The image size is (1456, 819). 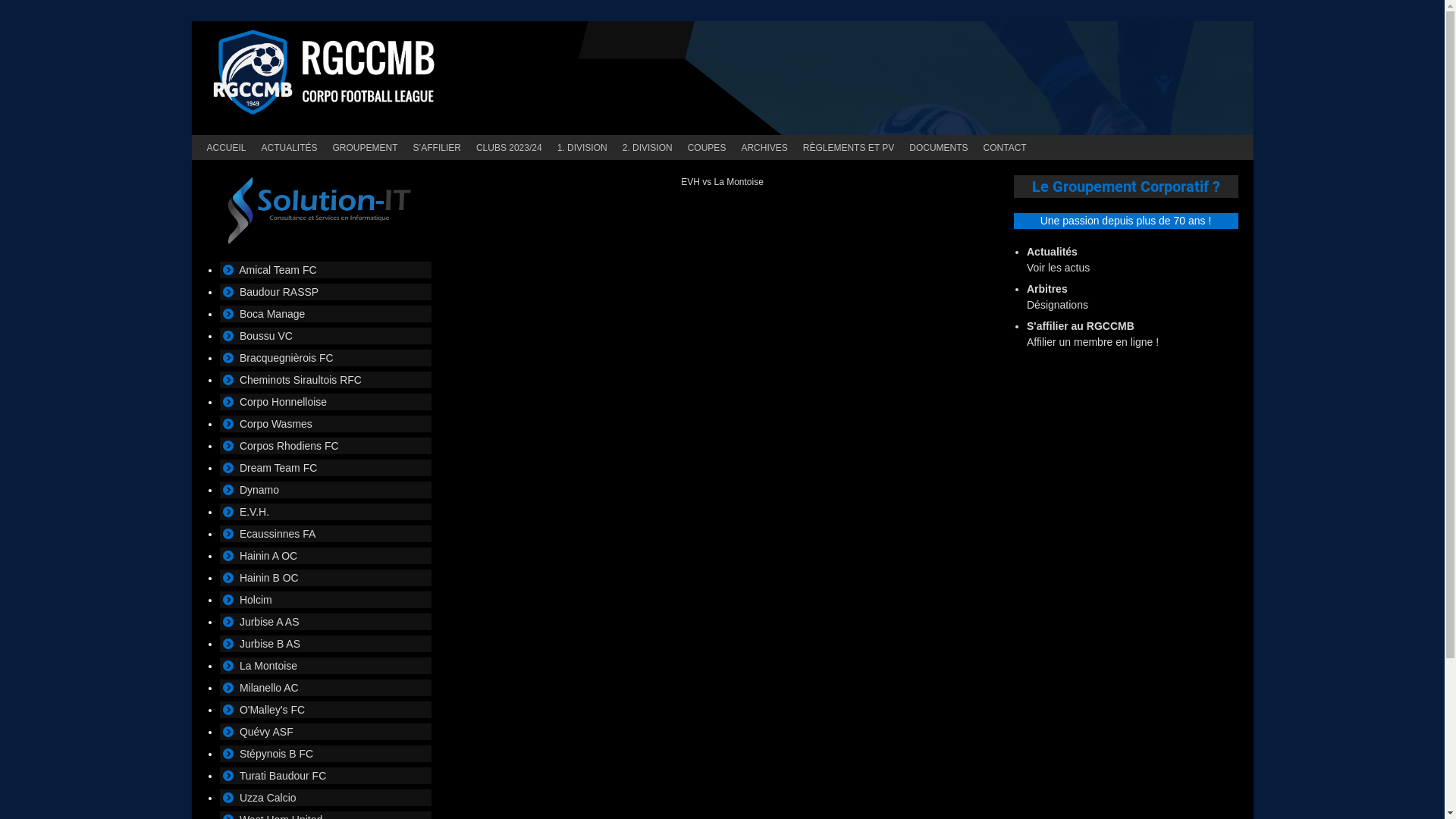 I want to click on 'CONTACT', so click(x=1005, y=147).